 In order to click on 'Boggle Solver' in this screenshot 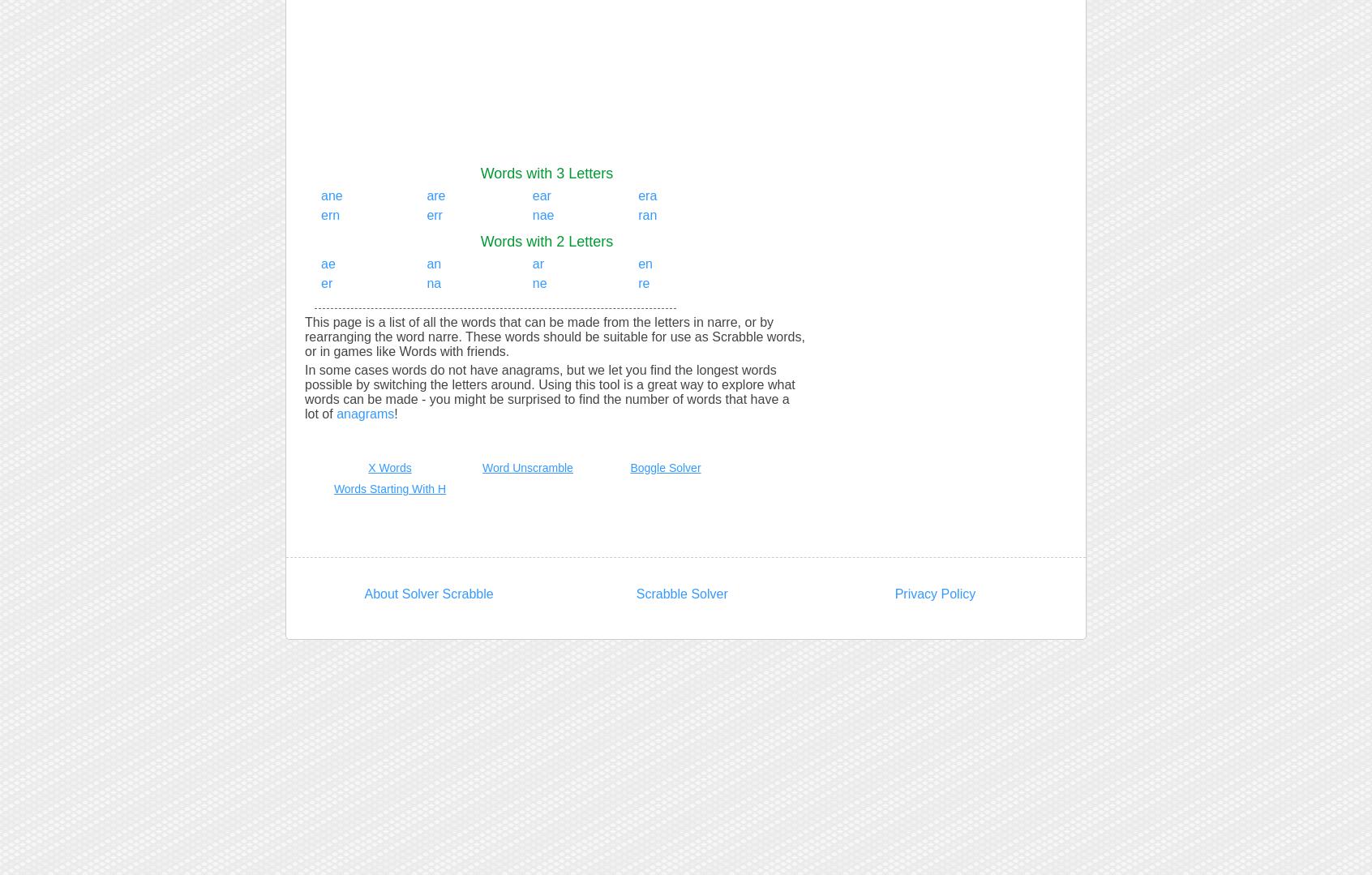, I will do `click(665, 467)`.